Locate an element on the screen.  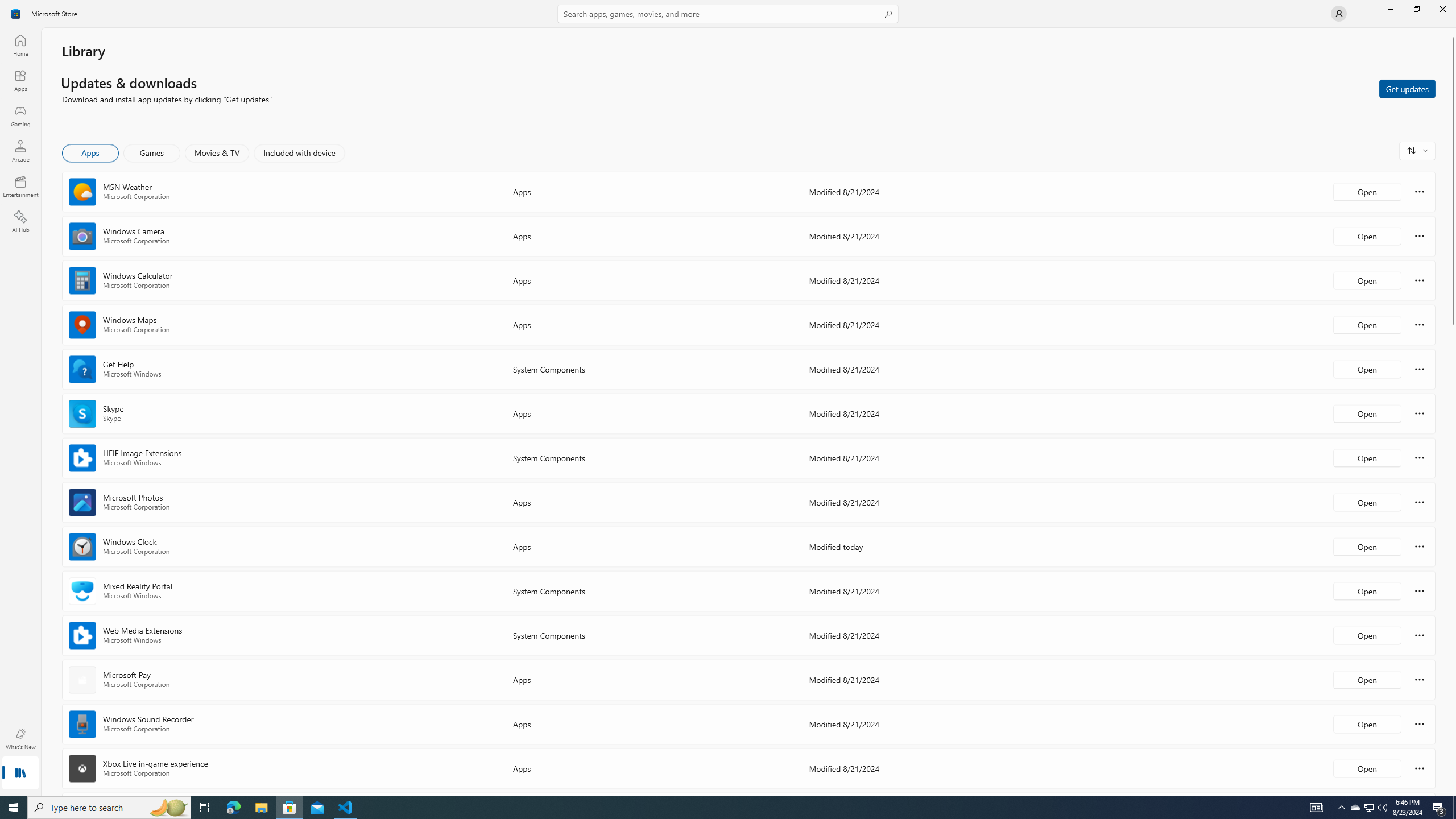
'Games' is located at coordinates (151, 152).